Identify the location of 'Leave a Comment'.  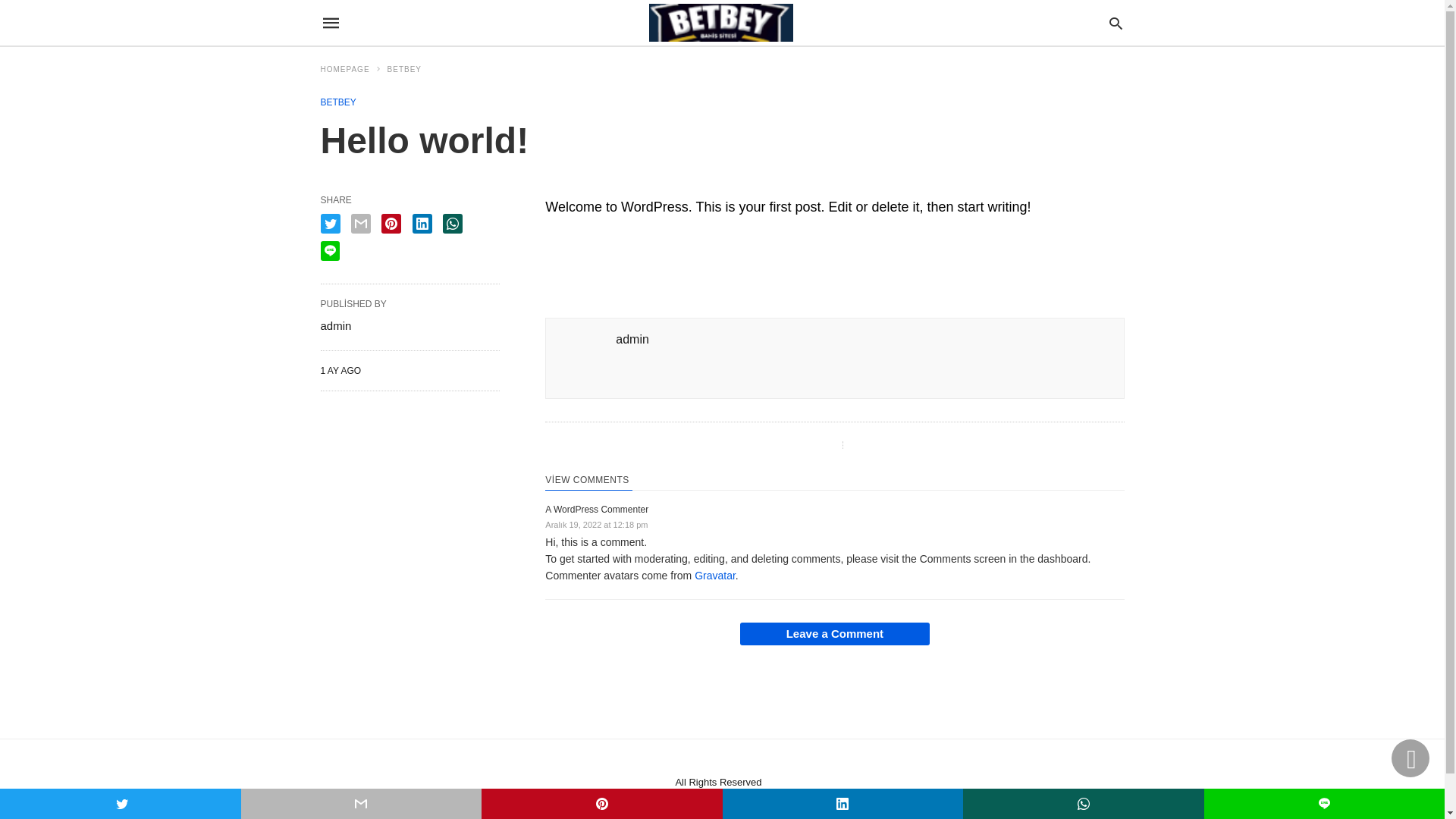
(833, 634).